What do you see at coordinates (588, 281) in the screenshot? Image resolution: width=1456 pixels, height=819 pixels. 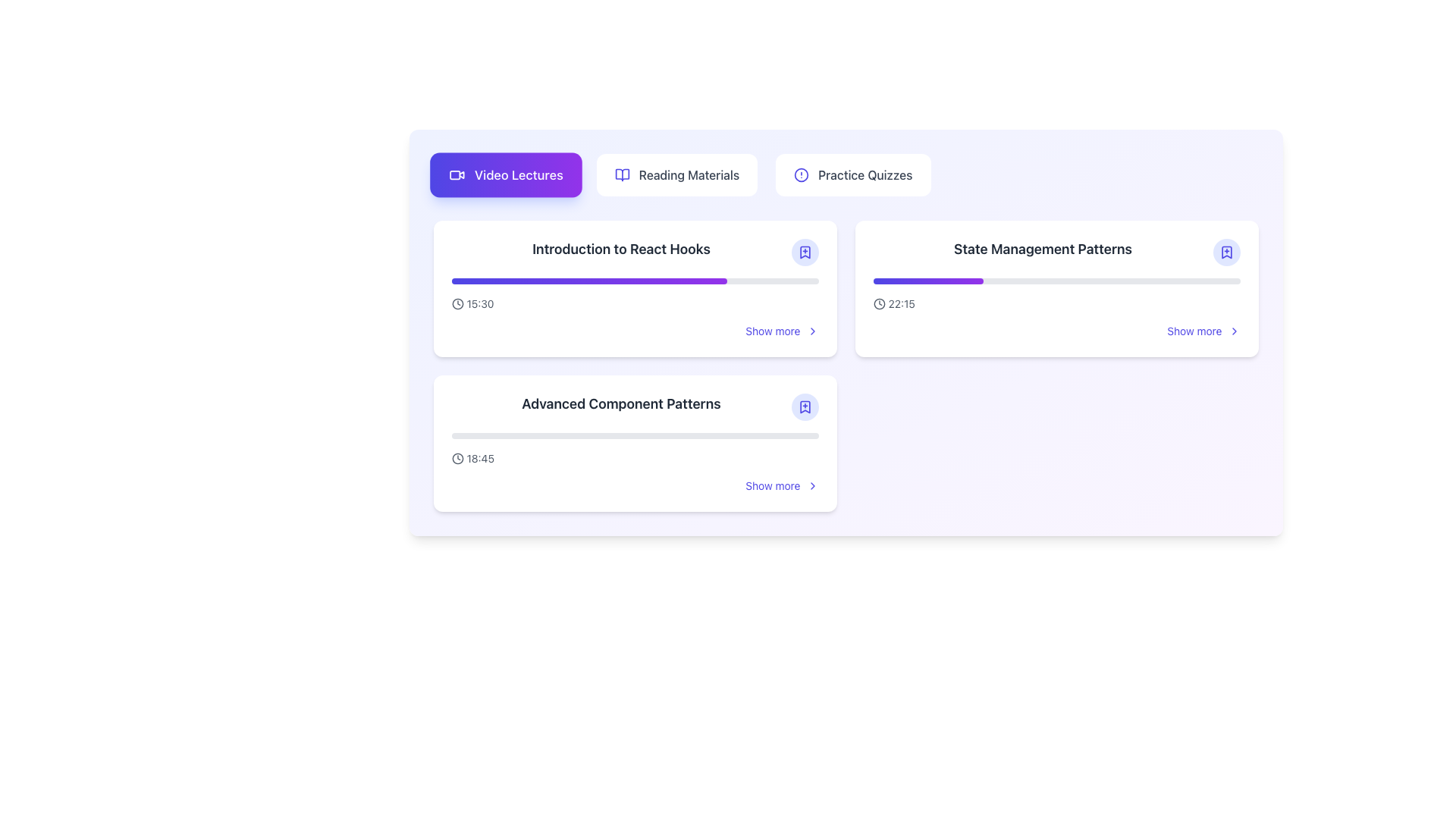 I see `the colored progress bar with a gradient background representing 75% completion, located within the 'Introduction to React Hooks' card` at bounding box center [588, 281].